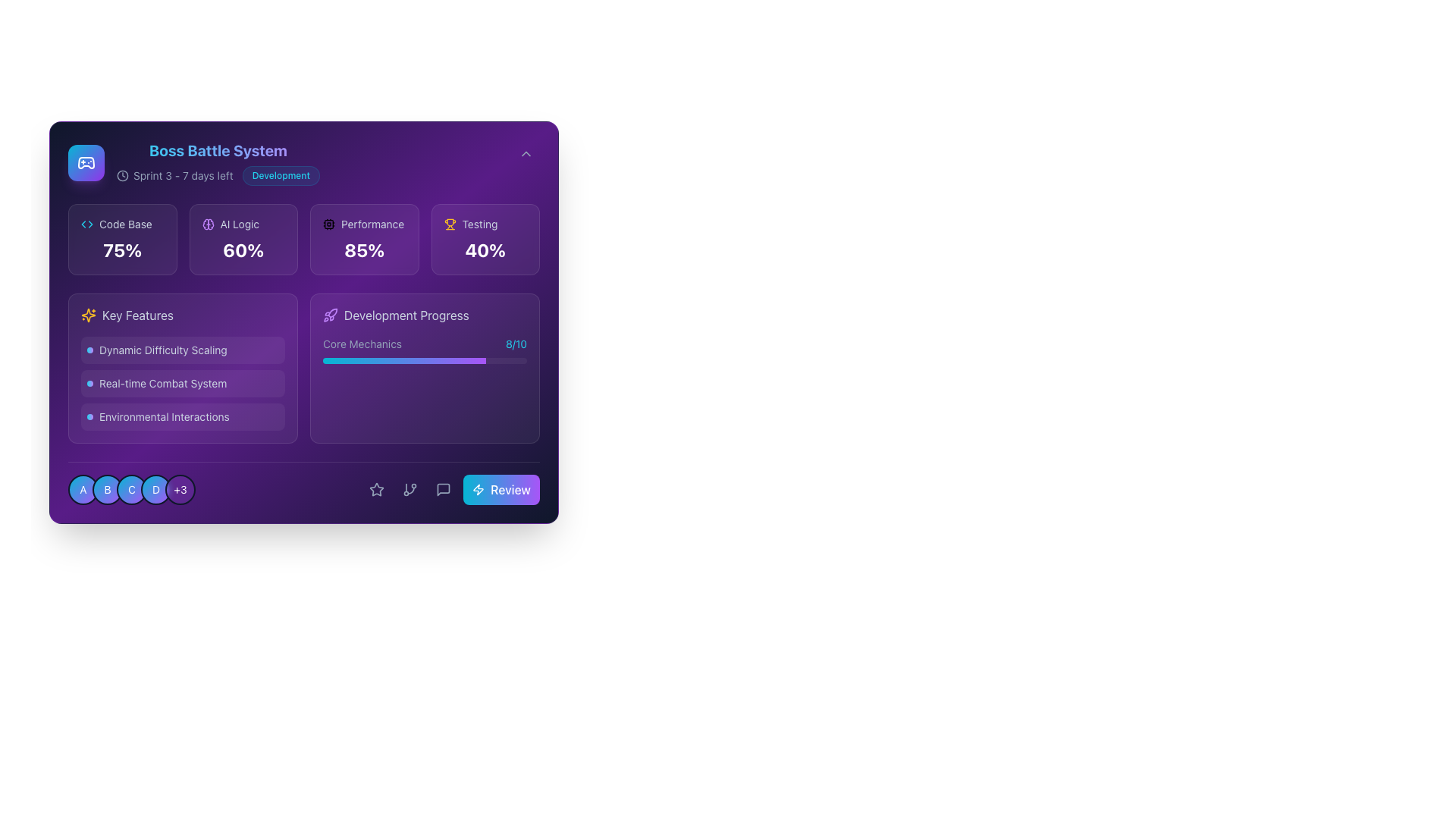 The height and width of the screenshot is (819, 1456). I want to click on the cyan icon resembling a pair of angle brackets, which is part of the 'Code Base' section, located to the left of the 'Code Base' label and above the '75%' percentage value, so click(86, 224).